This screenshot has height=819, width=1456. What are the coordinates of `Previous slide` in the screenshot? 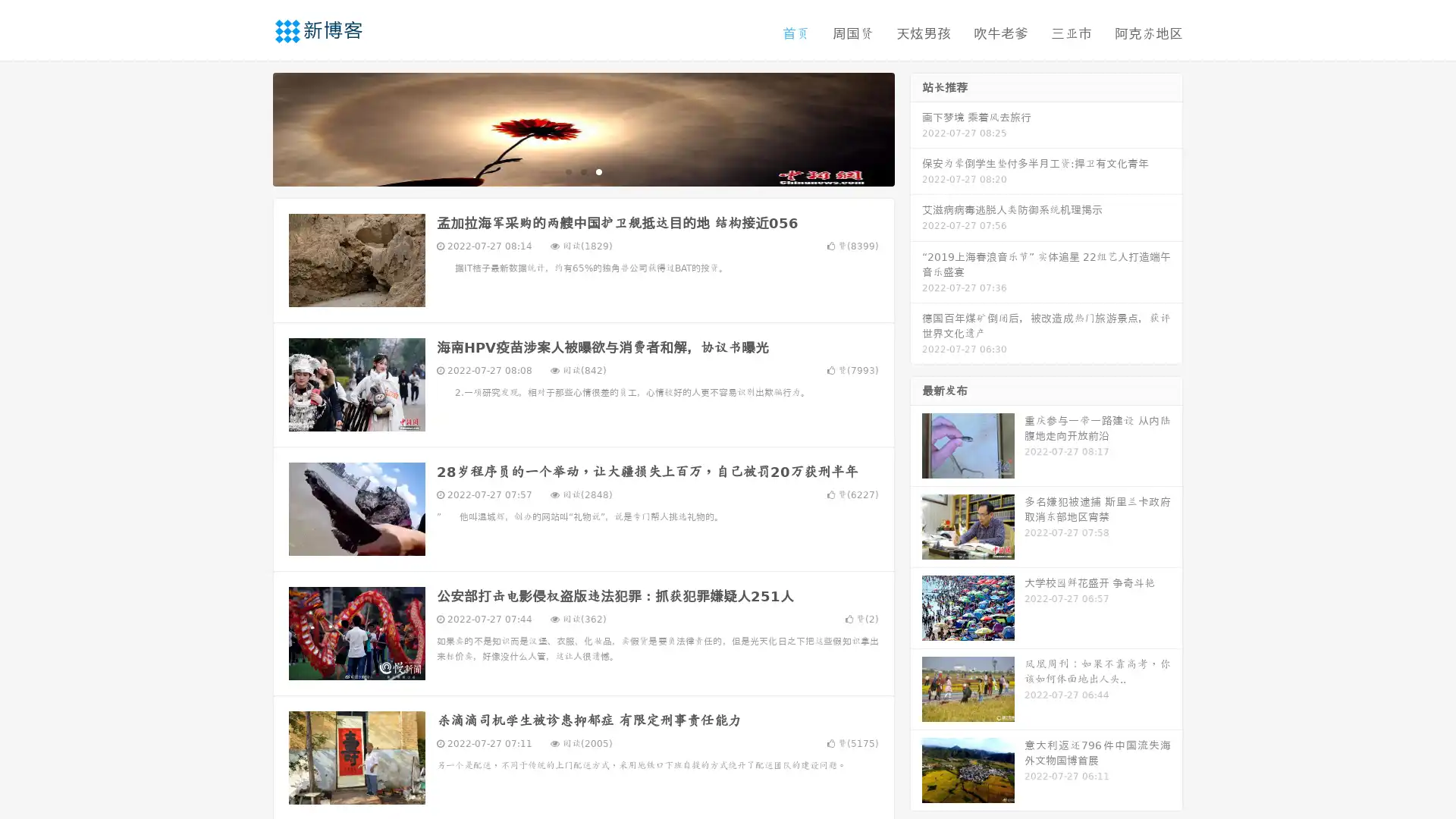 It's located at (250, 127).